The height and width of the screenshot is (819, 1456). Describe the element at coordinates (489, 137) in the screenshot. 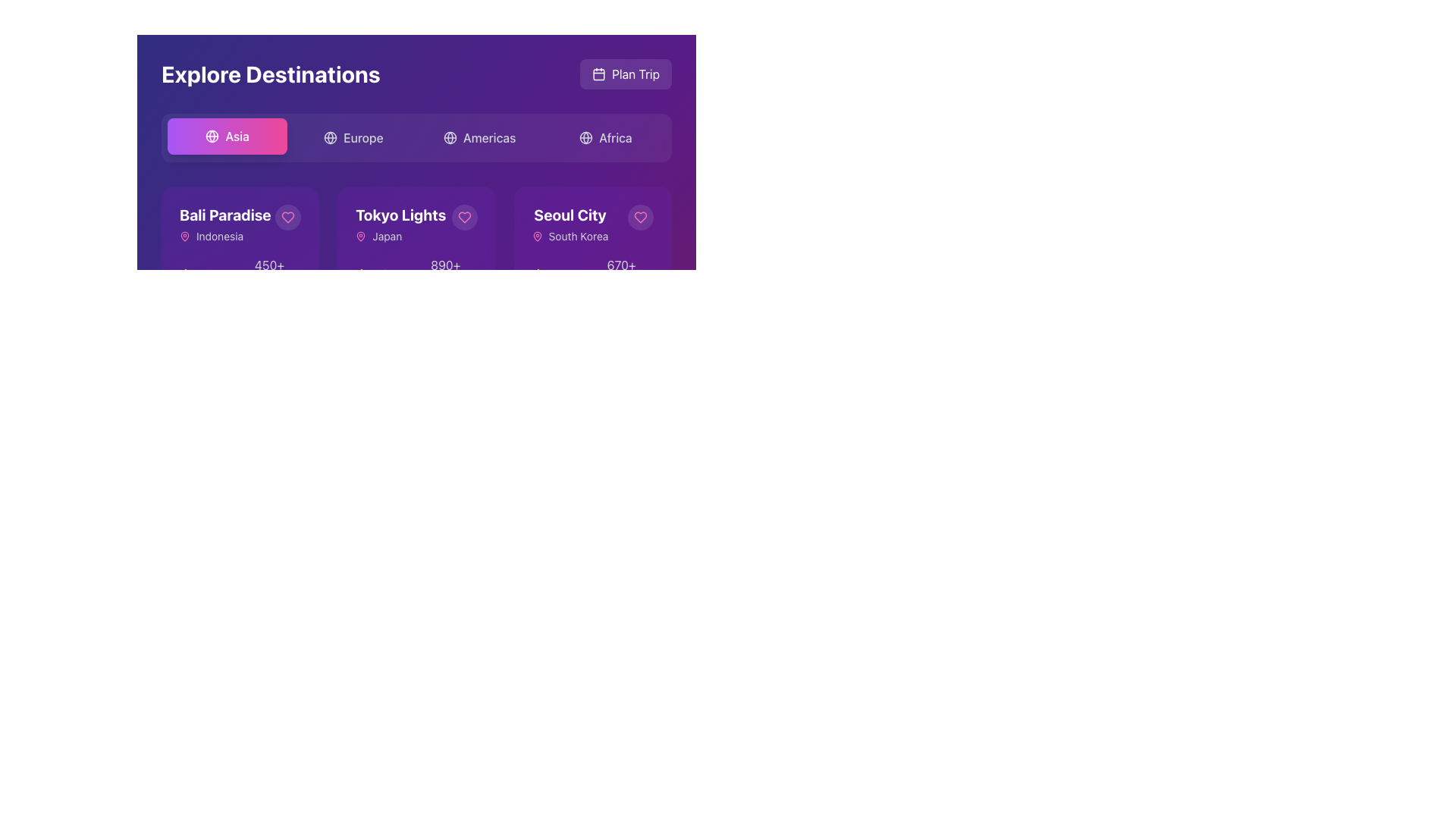

I see `the navigational text label for 'Americas' positioned as the third item in the horizontal navigation bar under 'Explore Destinations'` at that location.